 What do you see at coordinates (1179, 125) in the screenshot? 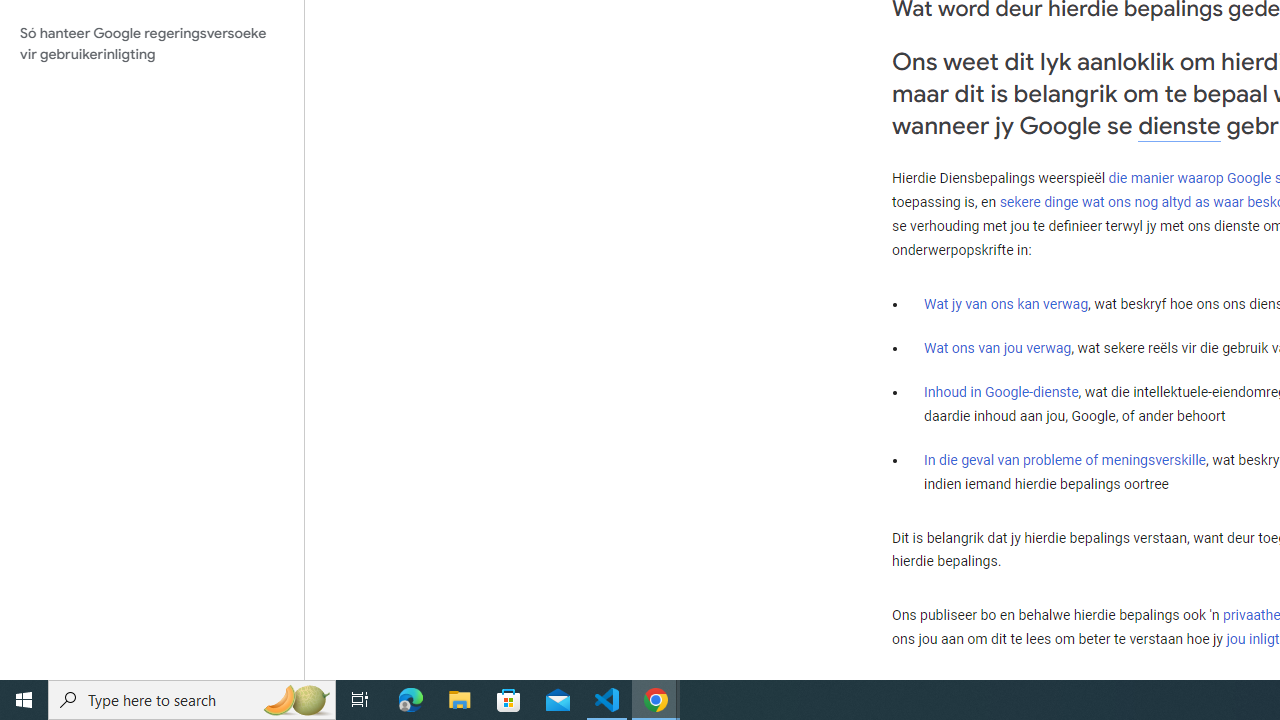
I see `'dienste'` at bounding box center [1179, 125].